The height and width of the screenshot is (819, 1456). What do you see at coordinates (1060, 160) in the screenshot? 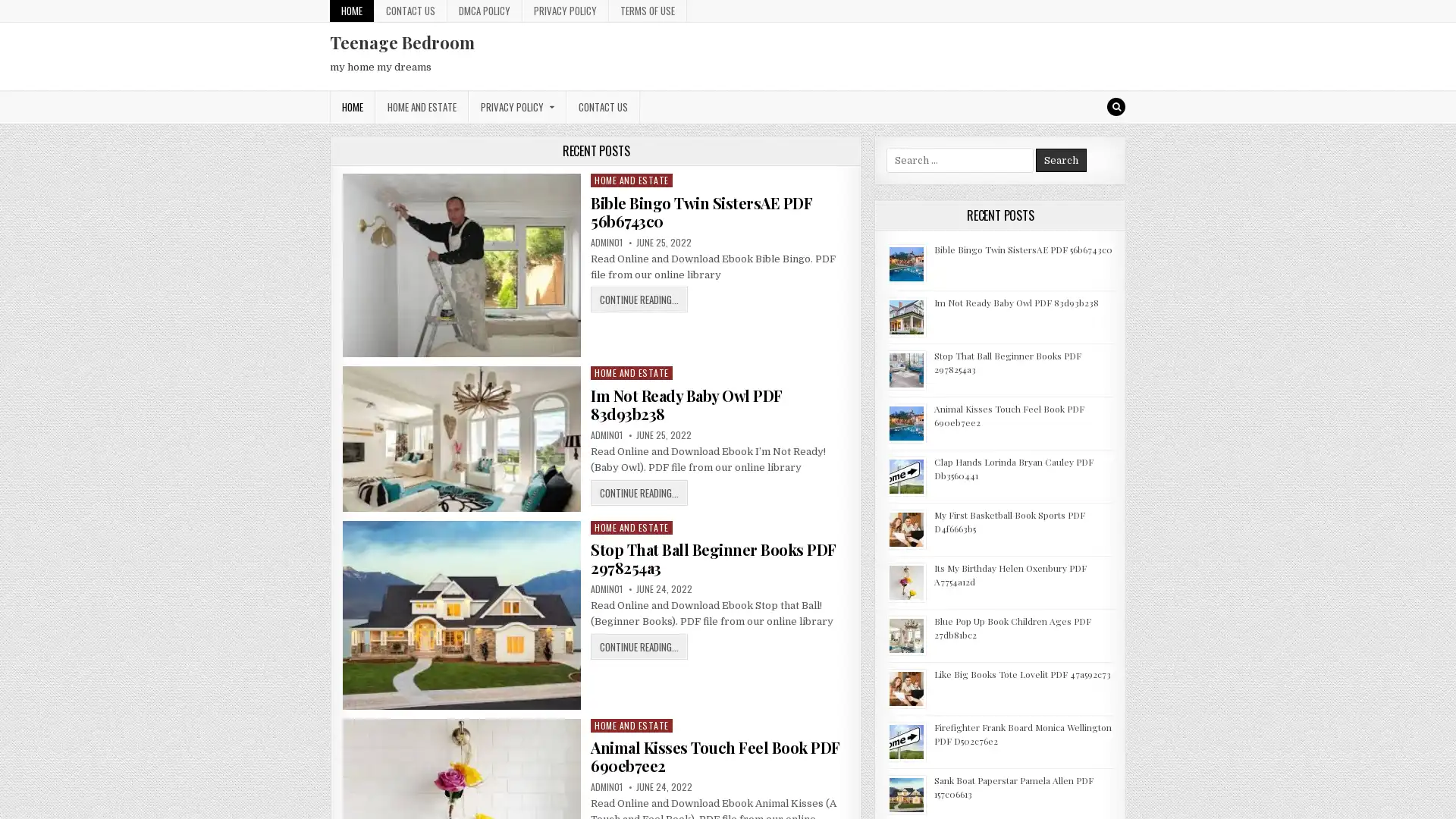
I see `Search` at bounding box center [1060, 160].